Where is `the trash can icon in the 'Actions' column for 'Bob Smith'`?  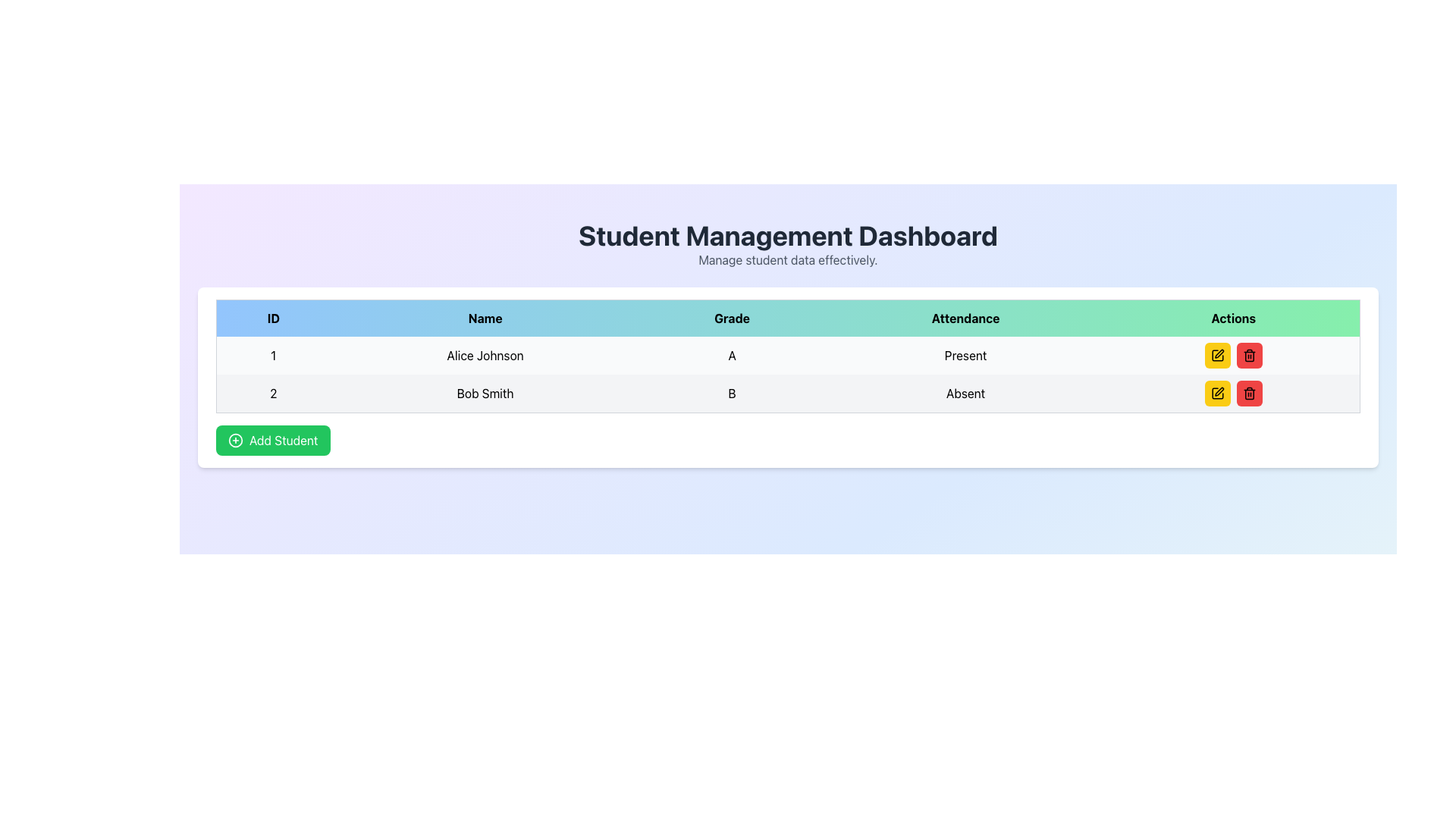
the trash can icon in the 'Actions' column for 'Bob Smith' is located at coordinates (1249, 356).